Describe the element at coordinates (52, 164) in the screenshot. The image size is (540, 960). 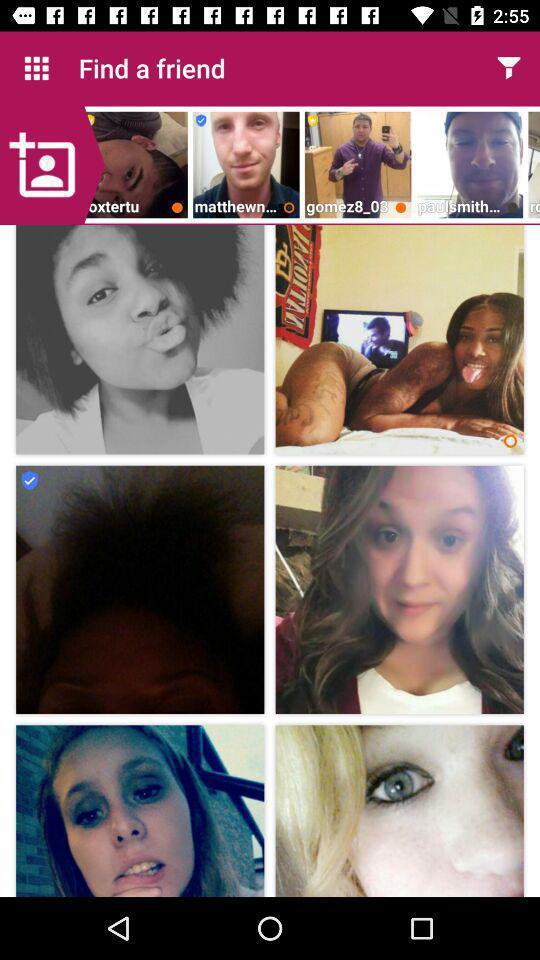
I see `friend` at that location.